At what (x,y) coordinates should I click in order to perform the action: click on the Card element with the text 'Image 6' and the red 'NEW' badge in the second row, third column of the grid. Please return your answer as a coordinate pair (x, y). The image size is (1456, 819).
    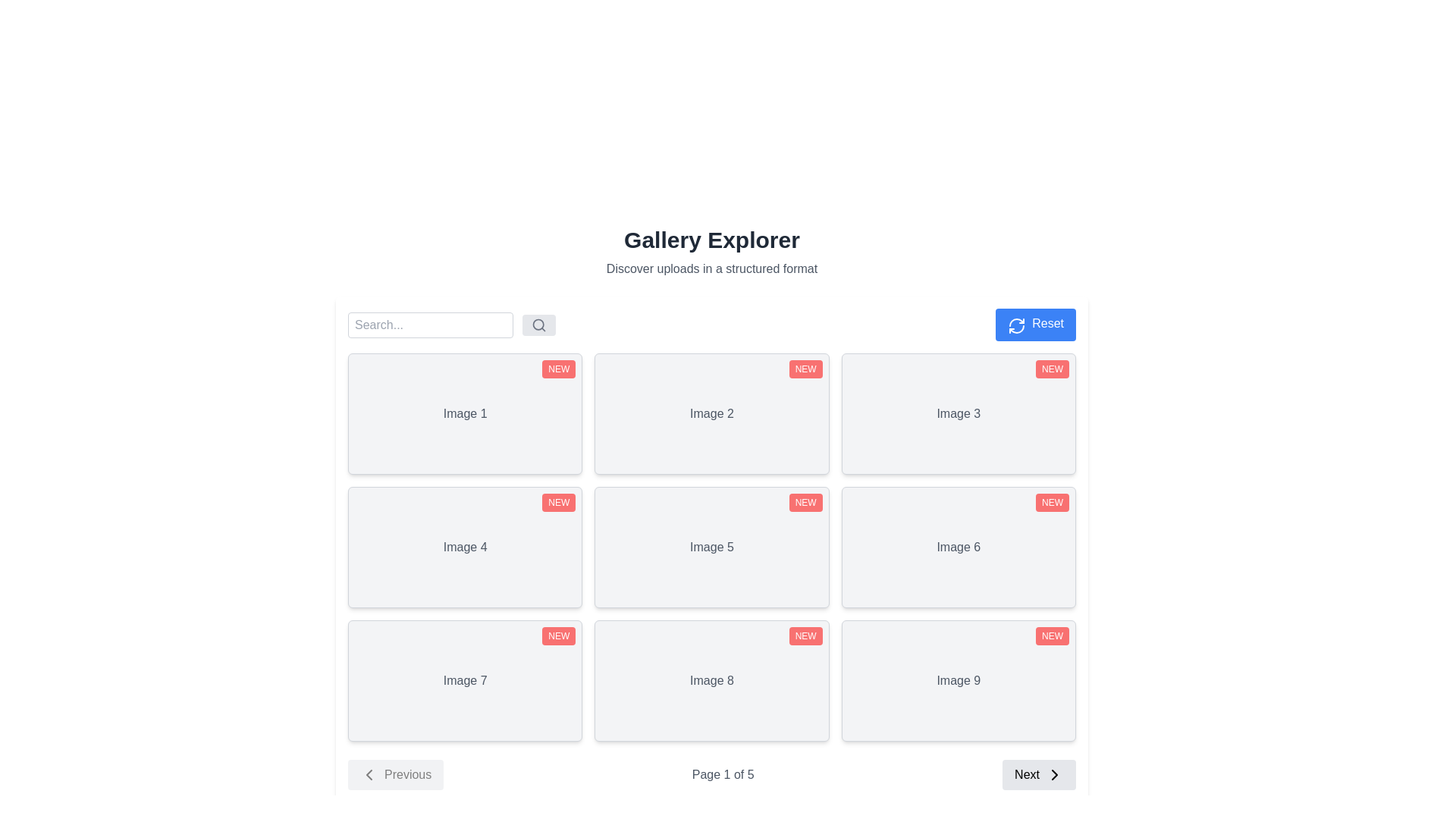
    Looking at the image, I should click on (958, 547).